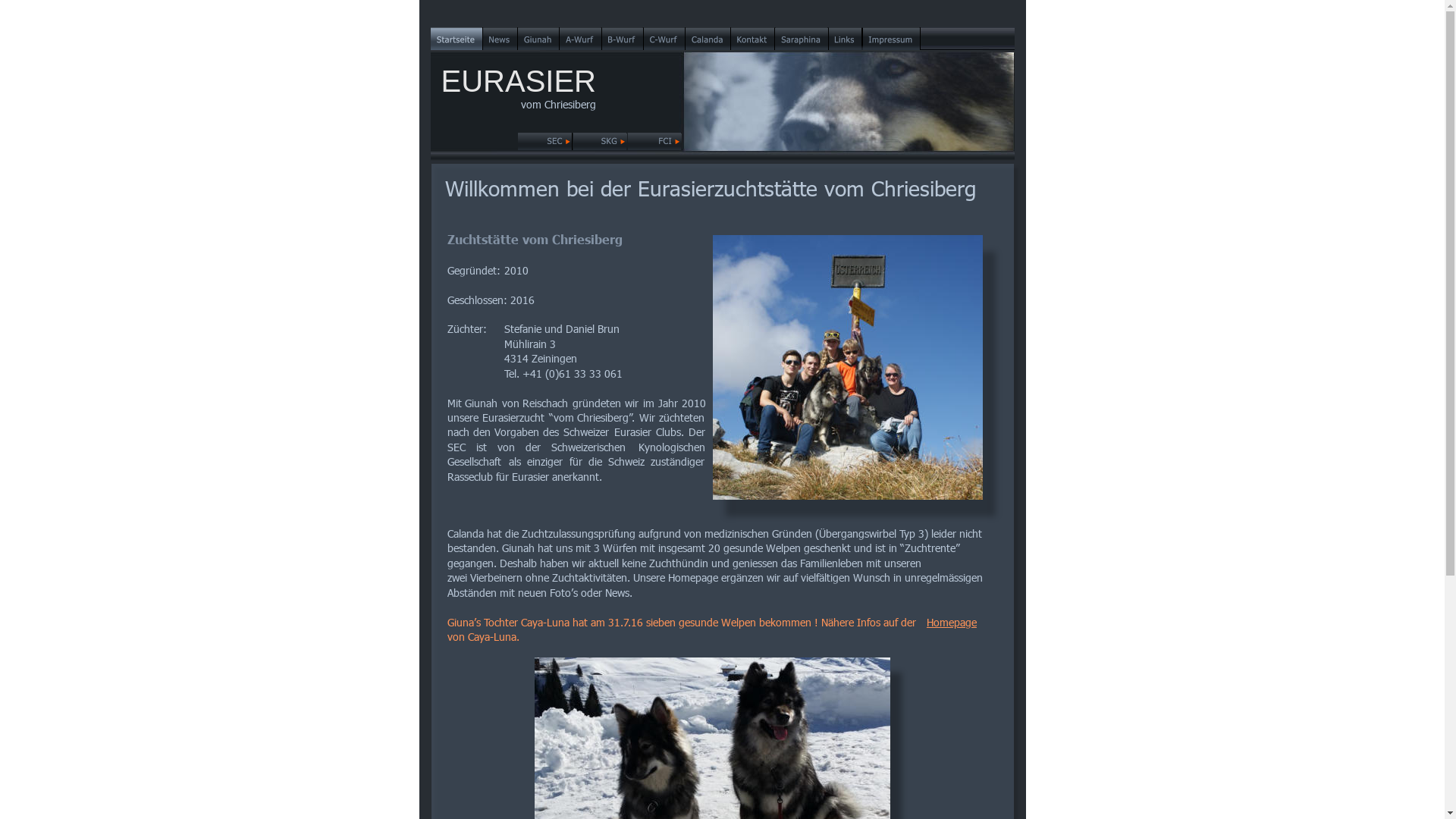 Image resolution: width=1456 pixels, height=819 pixels. What do you see at coordinates (951, 622) in the screenshot?
I see `'Homepage'` at bounding box center [951, 622].